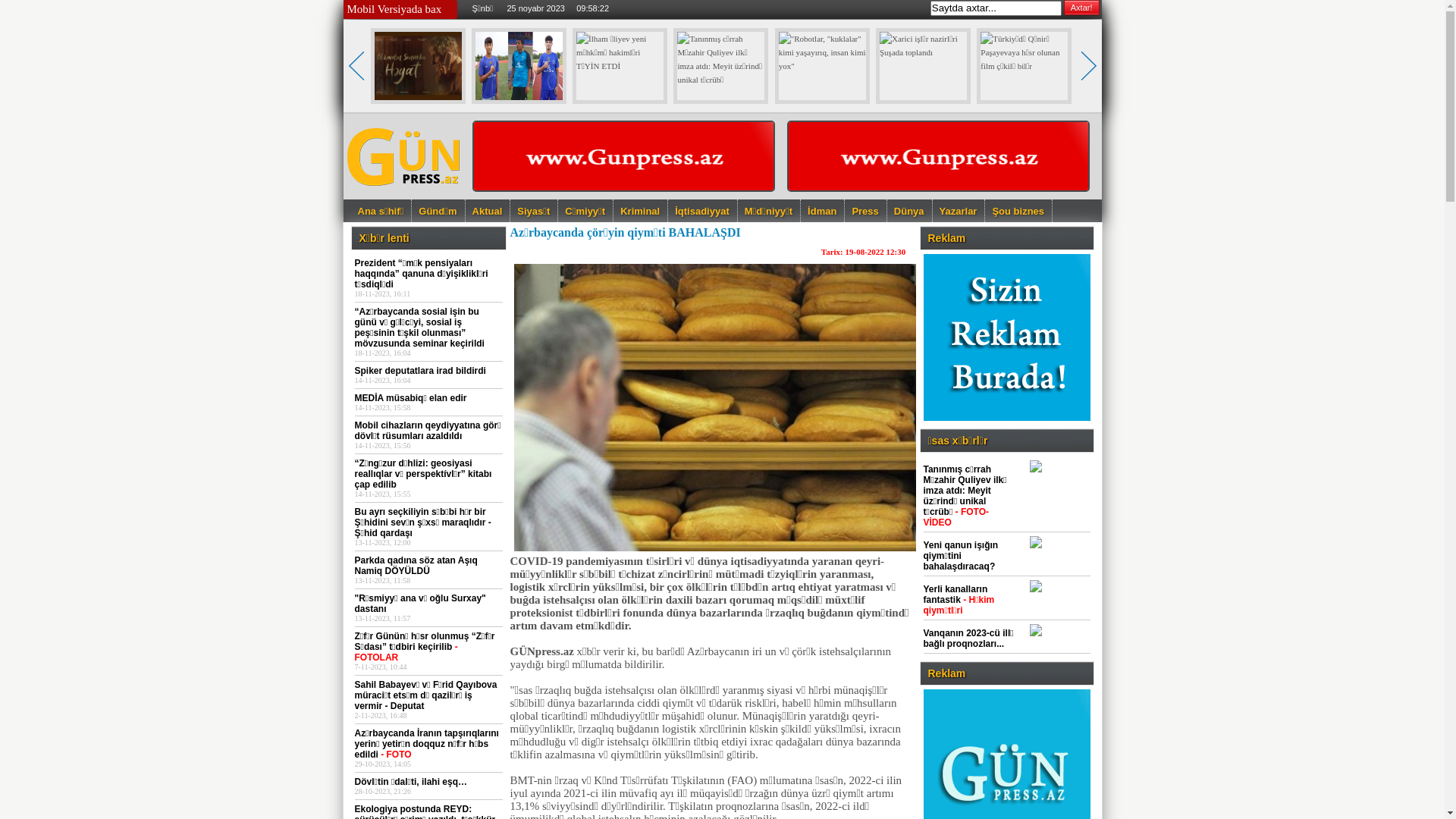 Image resolution: width=1456 pixels, height=819 pixels. What do you see at coordinates (996, 8) in the screenshot?
I see `'Saytda axtar...'` at bounding box center [996, 8].